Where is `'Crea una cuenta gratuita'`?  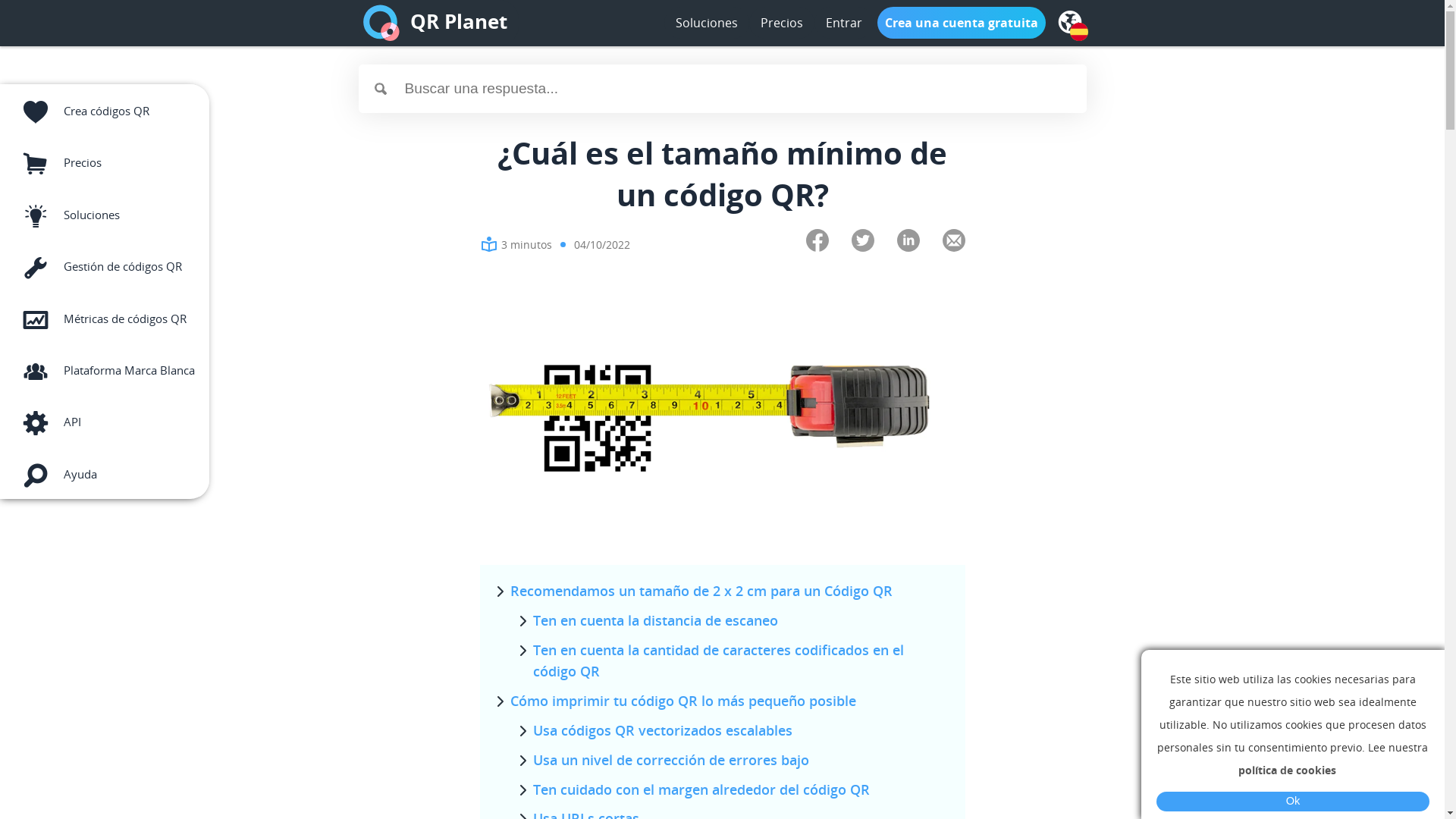
'Crea una cuenta gratuita' is located at coordinates (960, 23).